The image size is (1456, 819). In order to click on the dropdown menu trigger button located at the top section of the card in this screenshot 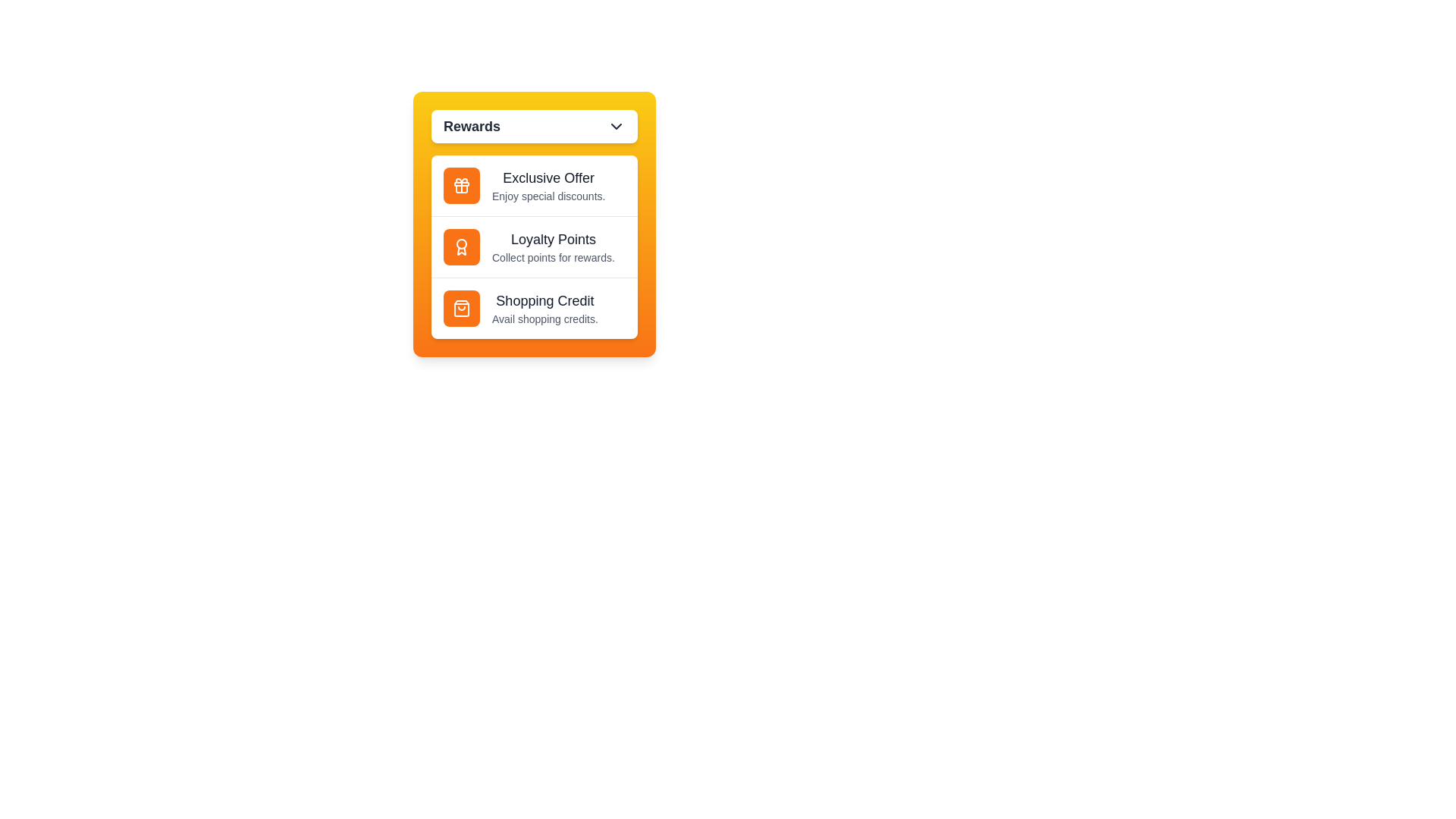, I will do `click(535, 125)`.